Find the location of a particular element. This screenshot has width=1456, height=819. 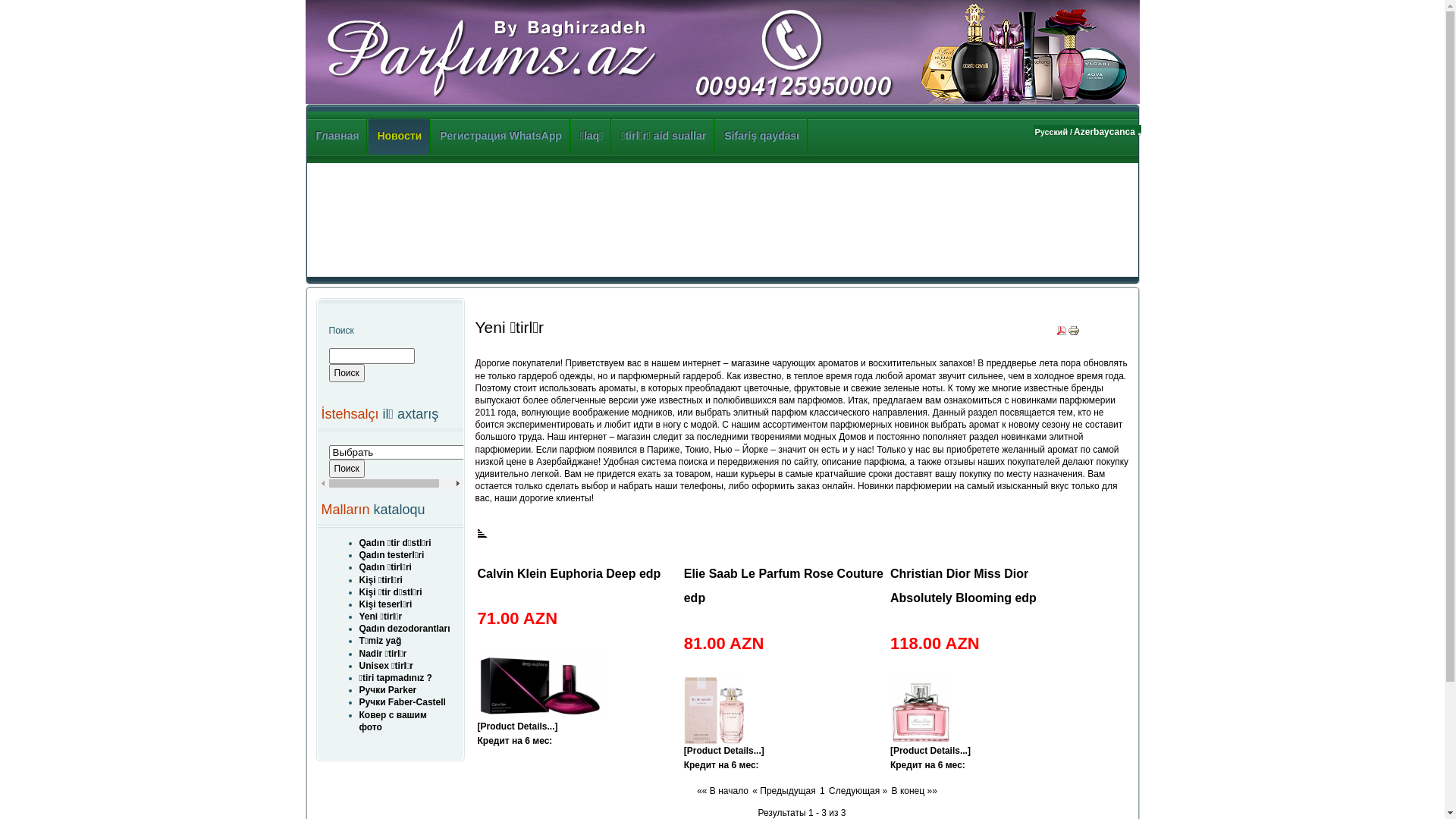

'Calvin Klein Euphoria Deep edp' is located at coordinates (541, 686).